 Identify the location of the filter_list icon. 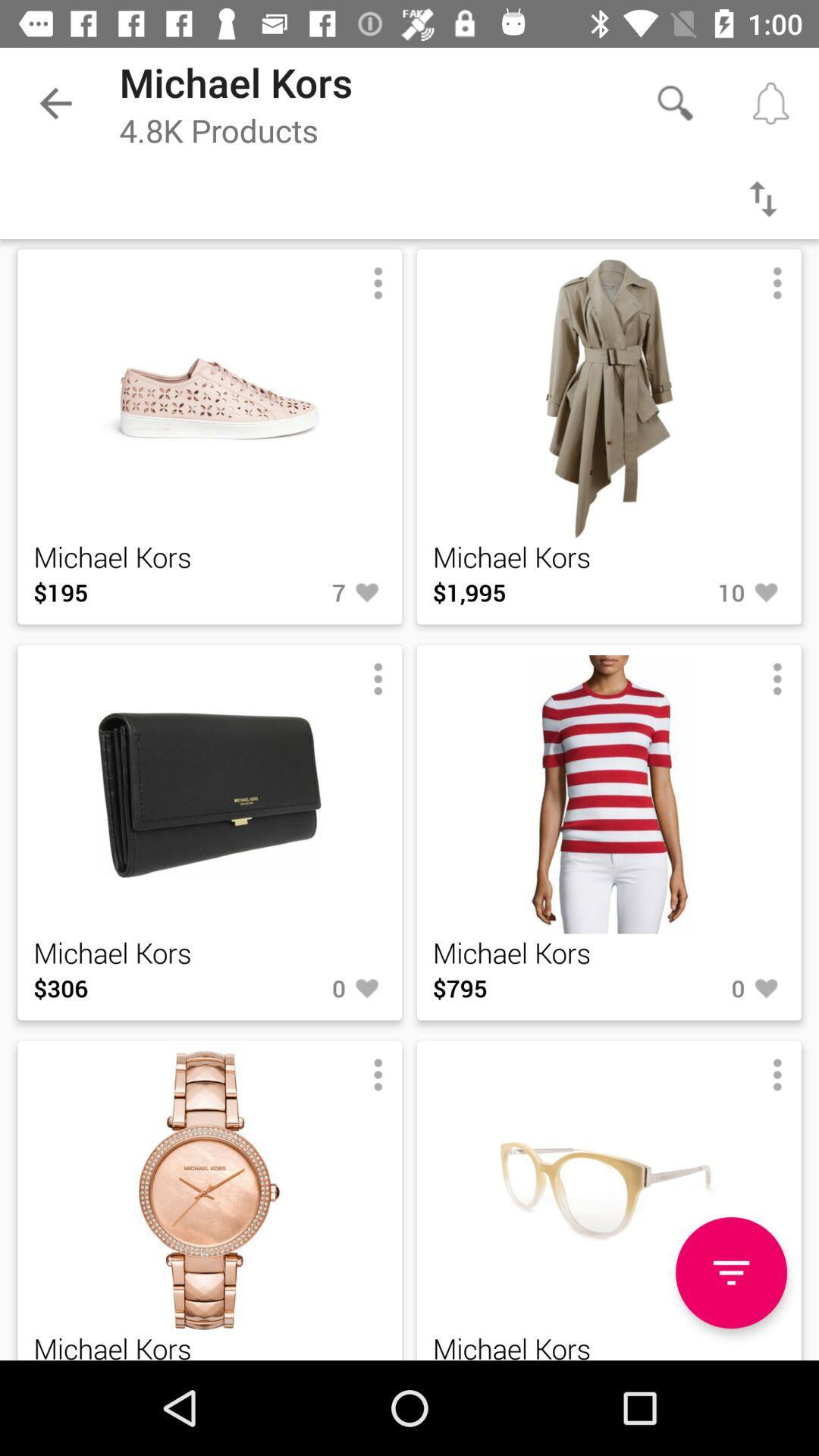
(730, 1272).